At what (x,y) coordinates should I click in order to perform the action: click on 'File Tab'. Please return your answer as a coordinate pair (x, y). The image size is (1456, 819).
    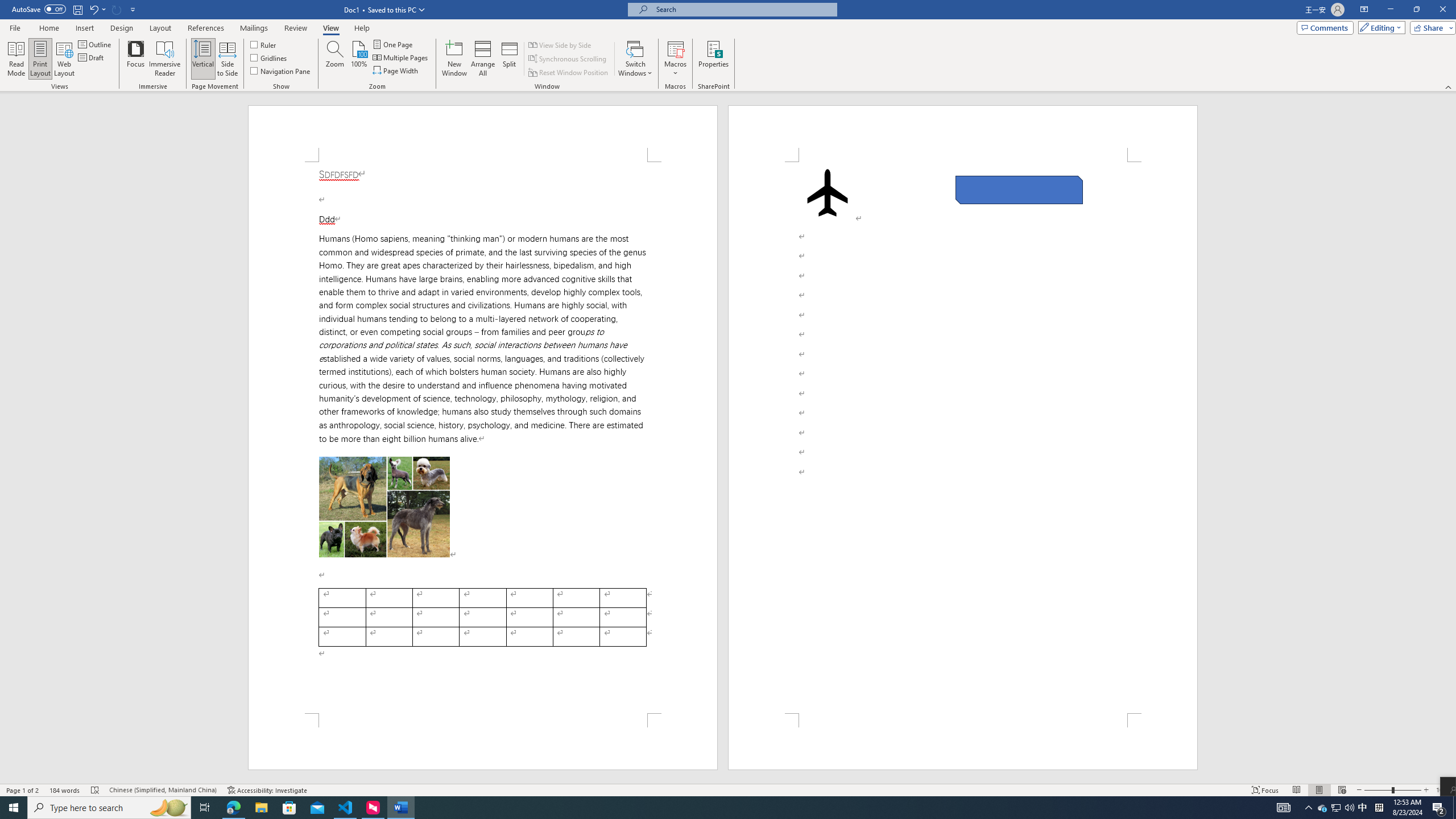
    Looking at the image, I should click on (14, 27).